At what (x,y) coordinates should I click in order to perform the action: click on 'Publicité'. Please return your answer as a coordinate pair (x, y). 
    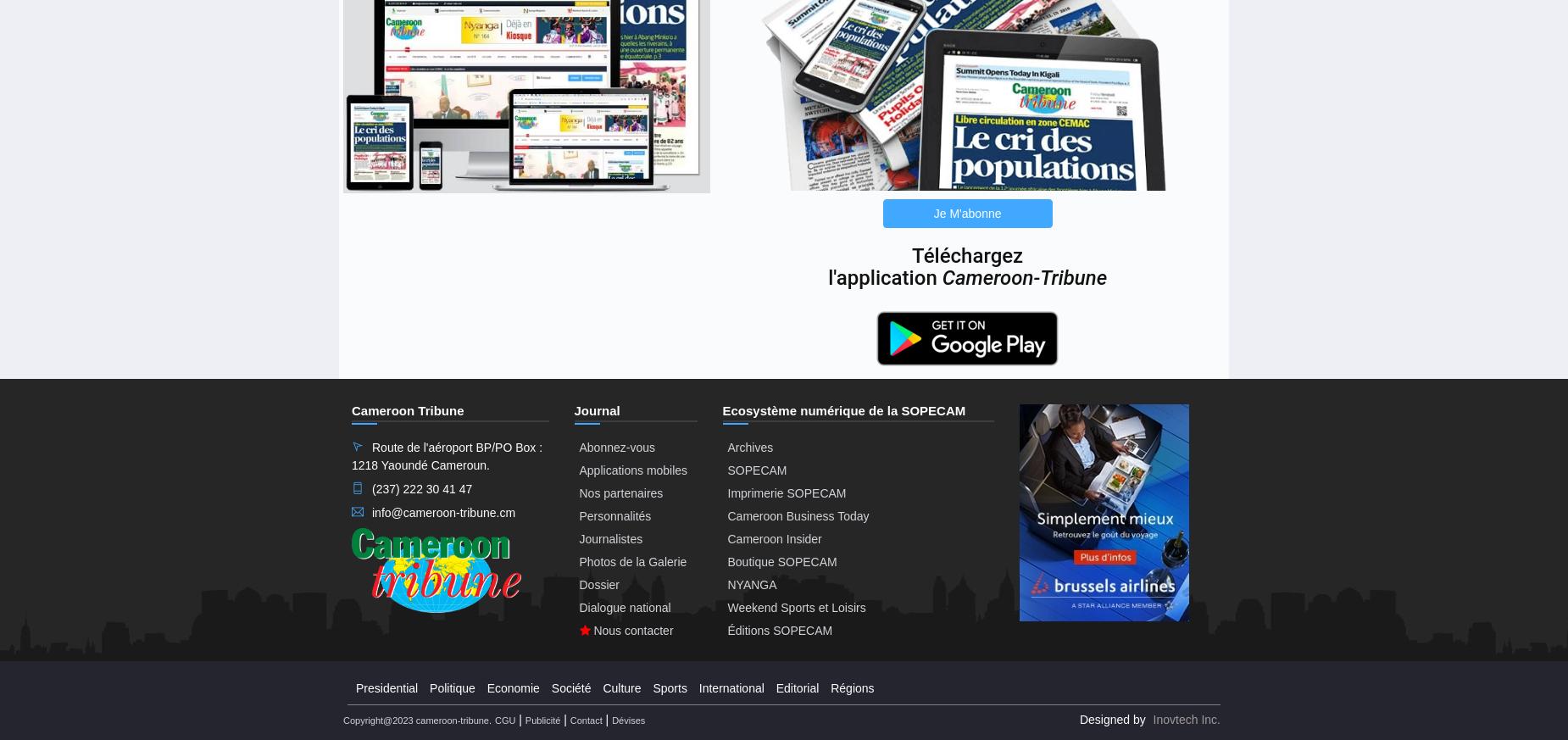
    Looking at the image, I should click on (525, 719).